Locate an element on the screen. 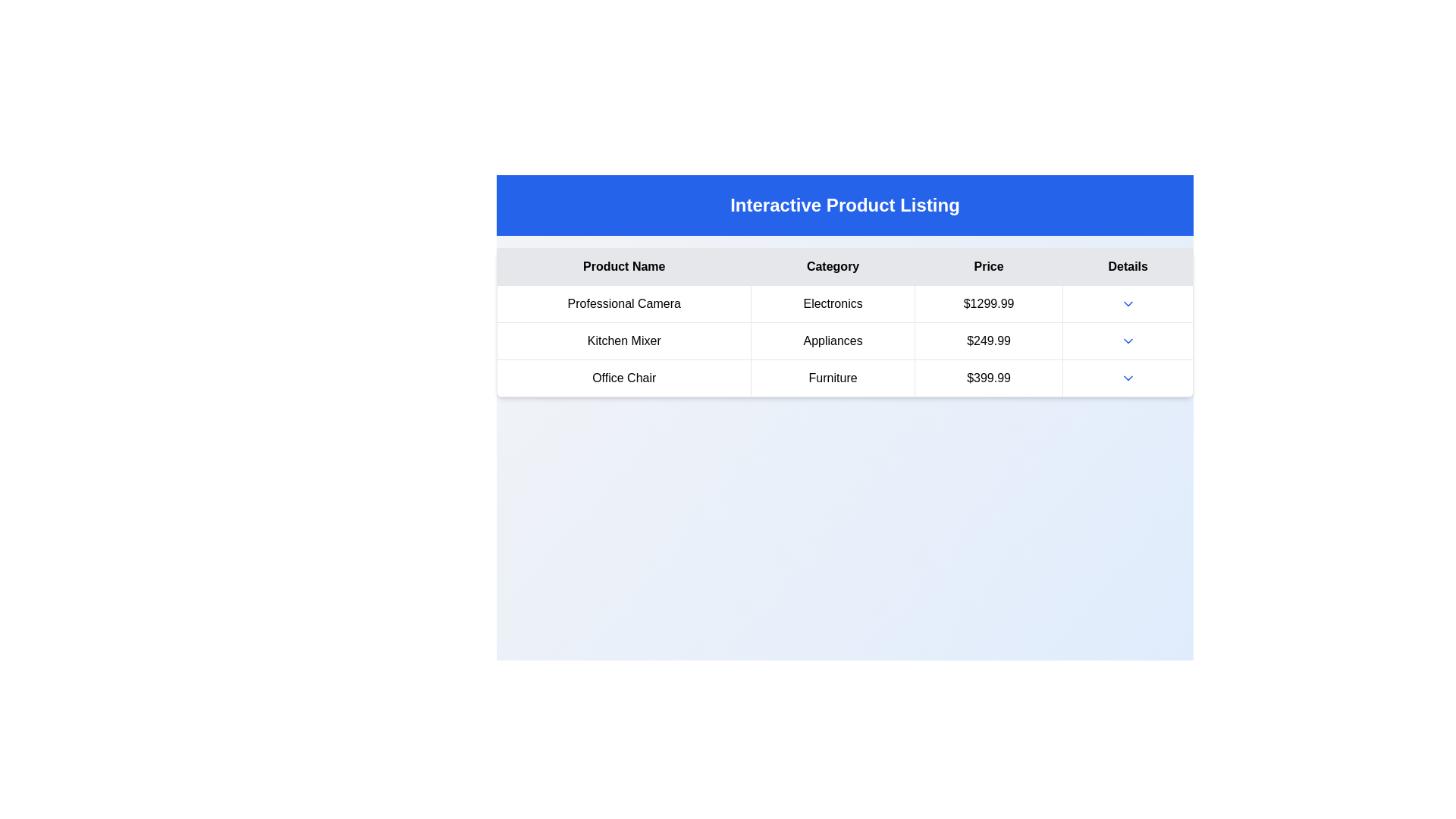 The image size is (1456, 819). the small blue downward-pointing chevron icon located in the 'Details' column of the first row in the product listing table to trigger a tooltip is located at coordinates (1128, 304).